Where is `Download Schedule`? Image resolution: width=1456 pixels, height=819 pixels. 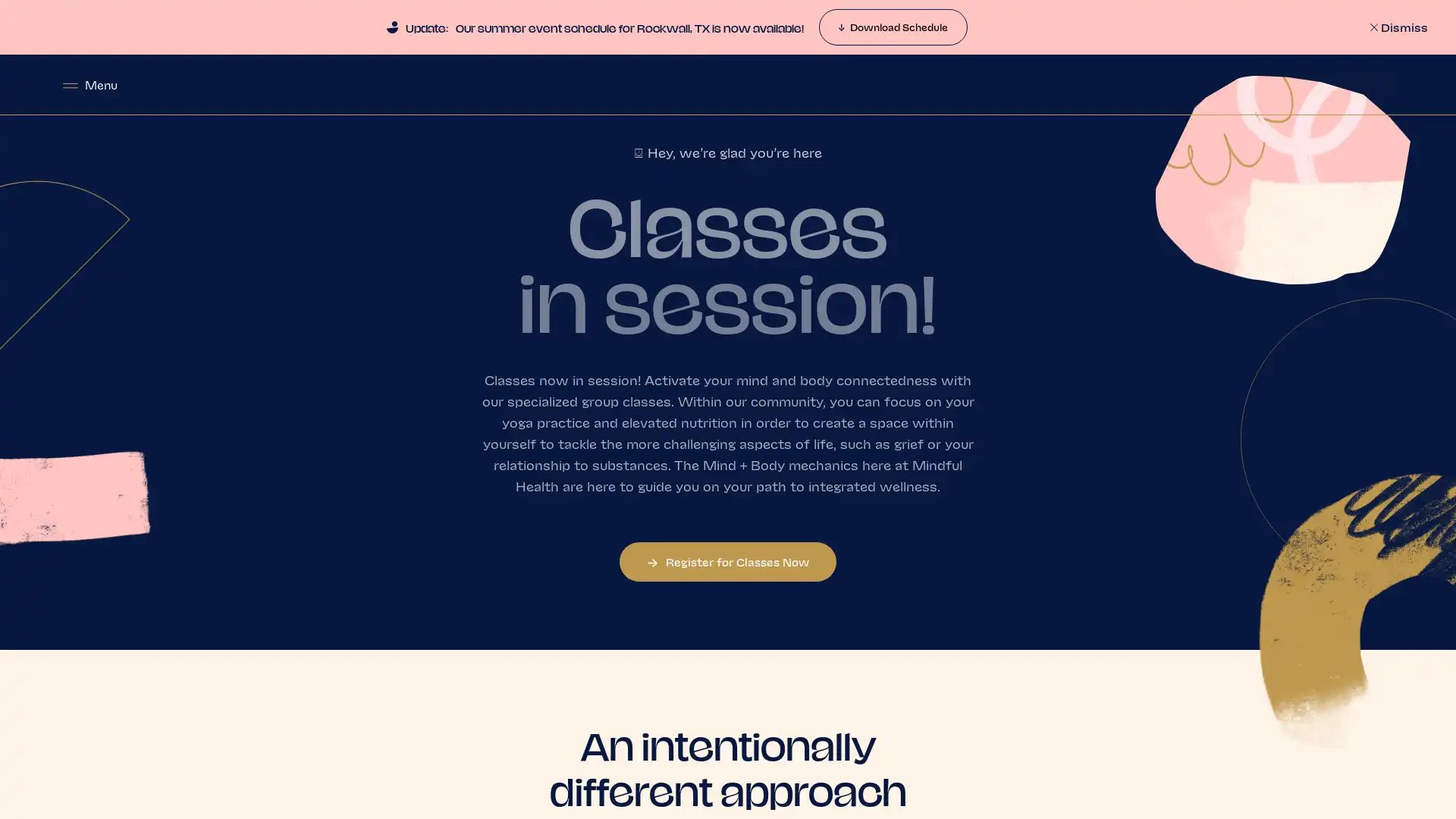 Download Schedule is located at coordinates (892, 27).